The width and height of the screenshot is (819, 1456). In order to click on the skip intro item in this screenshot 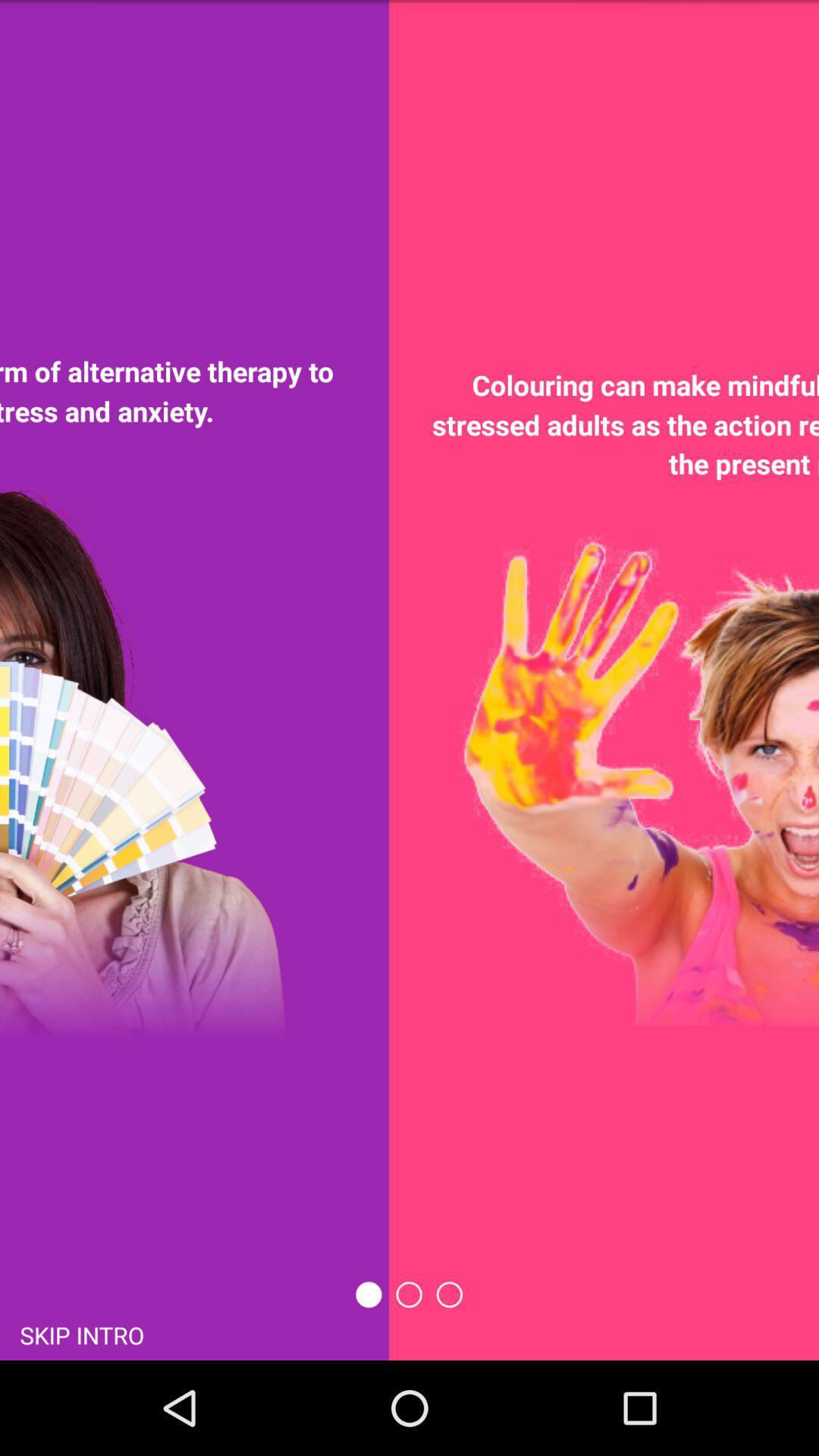, I will do `click(82, 1333)`.